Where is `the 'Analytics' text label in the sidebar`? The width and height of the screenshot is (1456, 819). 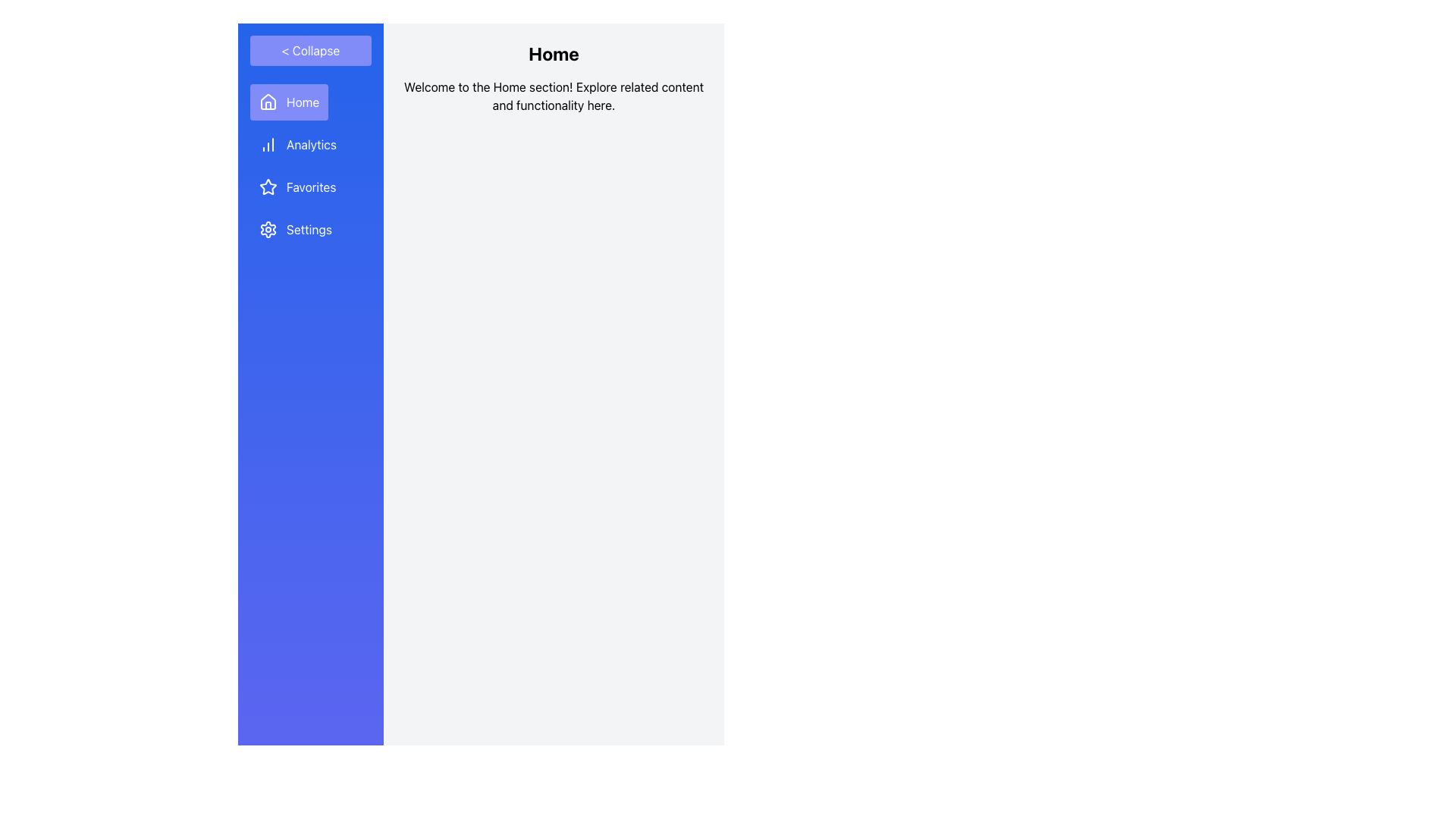
the 'Analytics' text label in the sidebar is located at coordinates (311, 145).